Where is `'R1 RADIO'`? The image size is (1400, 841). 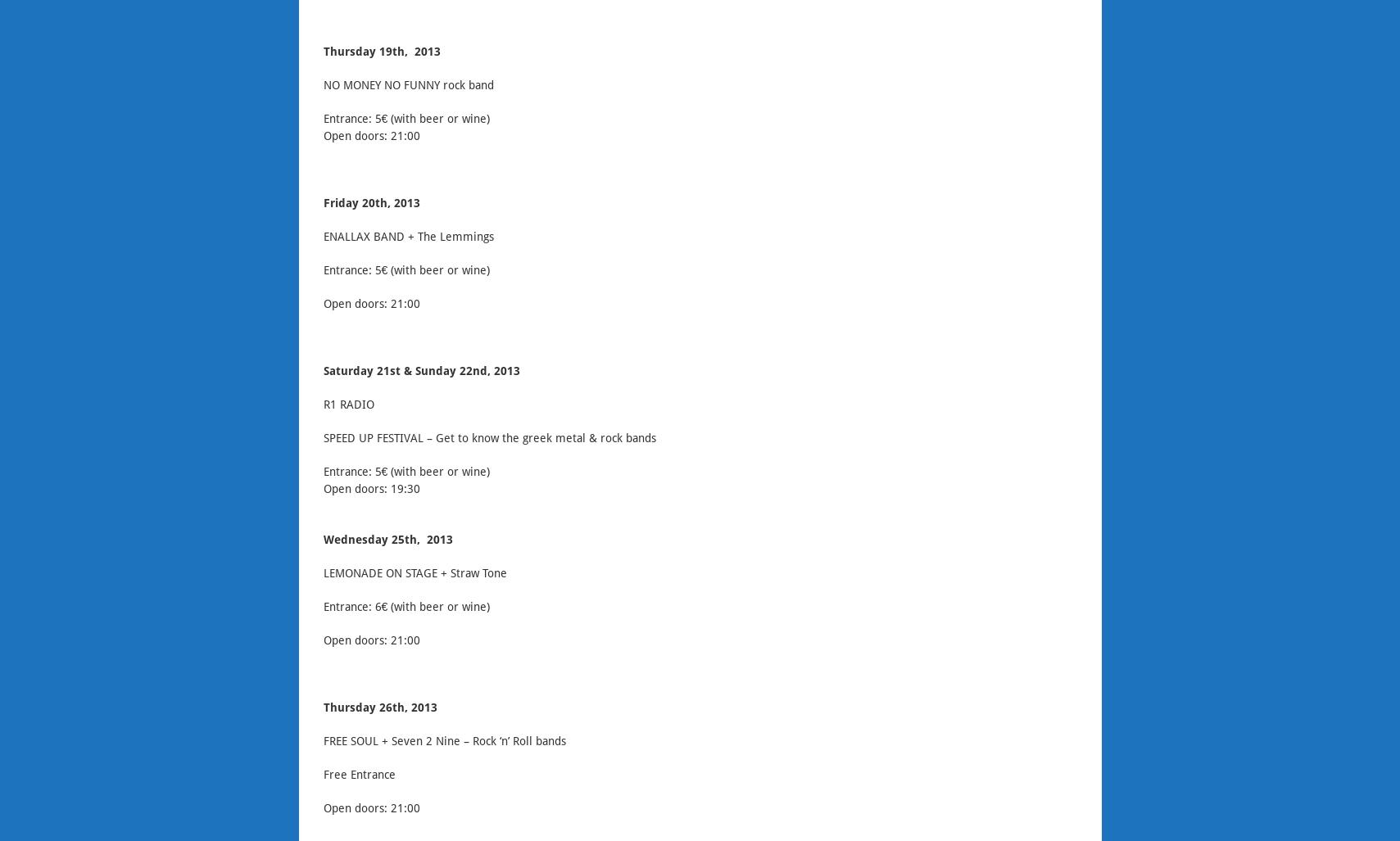
'R1 RADIO' is located at coordinates (347, 405).